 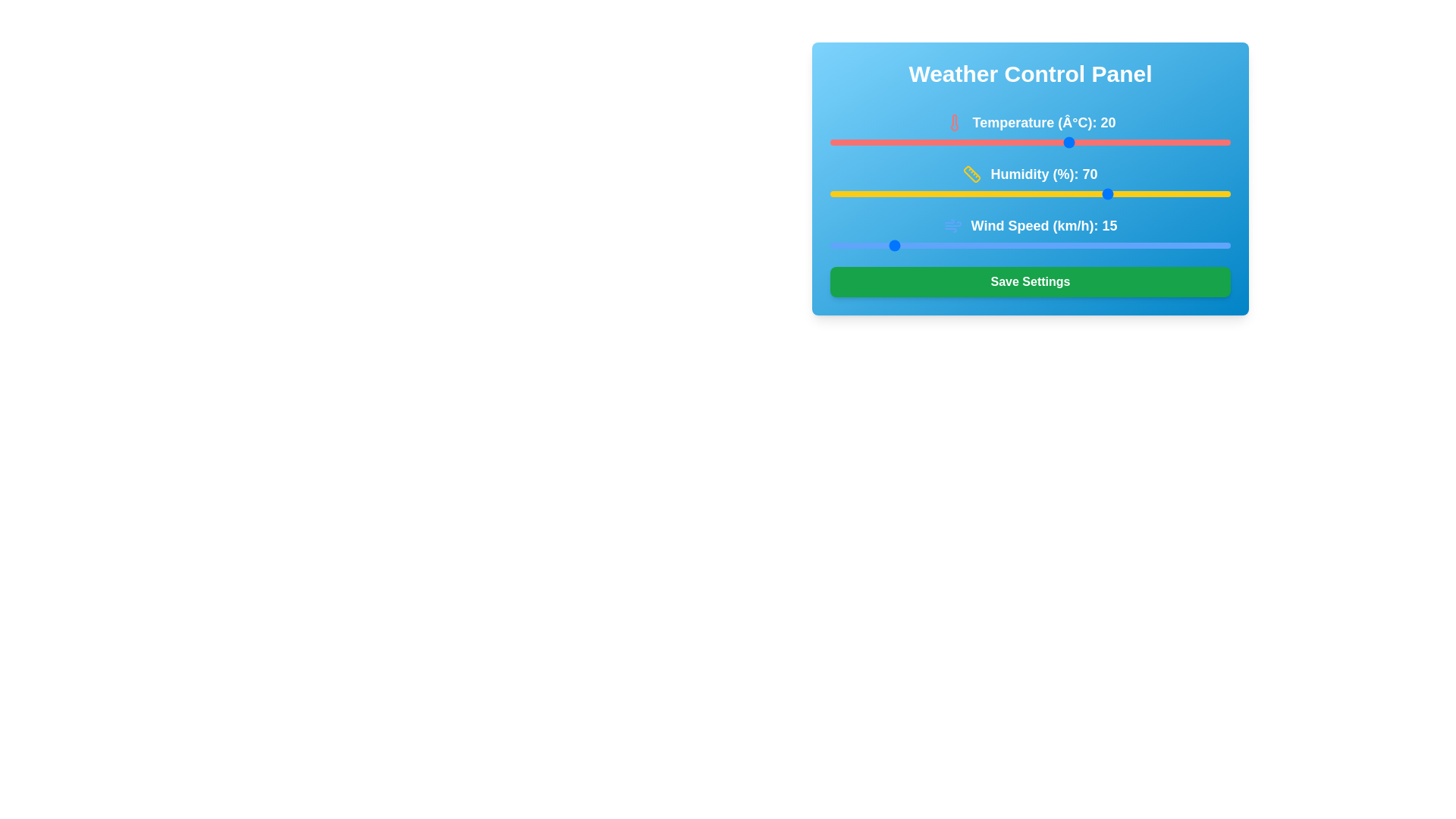 What do you see at coordinates (1030, 180) in the screenshot?
I see `the visual indicator of the humidity level represented by the progress bar and text 'Humidity (%): 70' in the weather control panel interface` at bounding box center [1030, 180].